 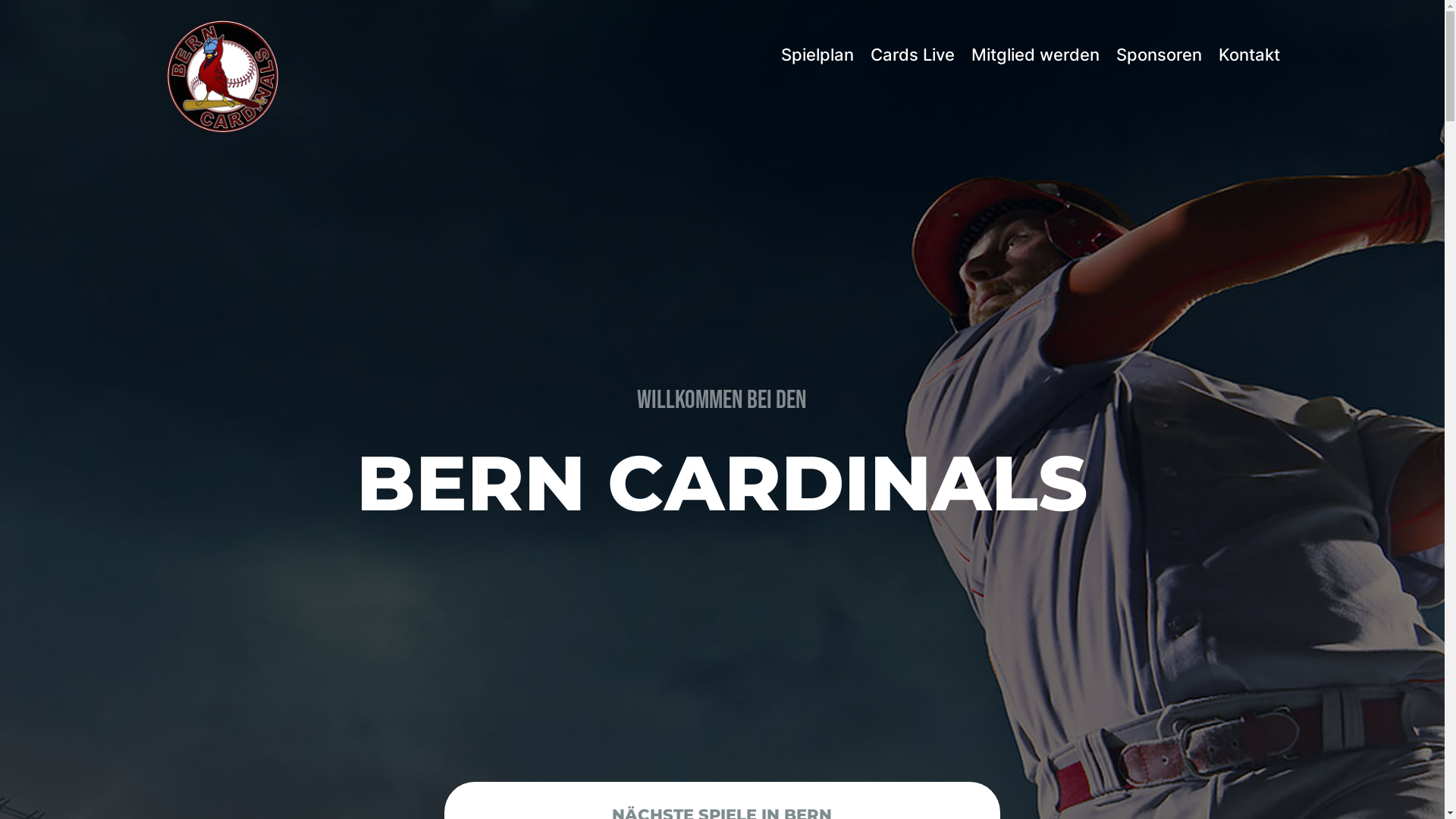 What do you see at coordinates (817, 54) in the screenshot?
I see `'Spielplan'` at bounding box center [817, 54].